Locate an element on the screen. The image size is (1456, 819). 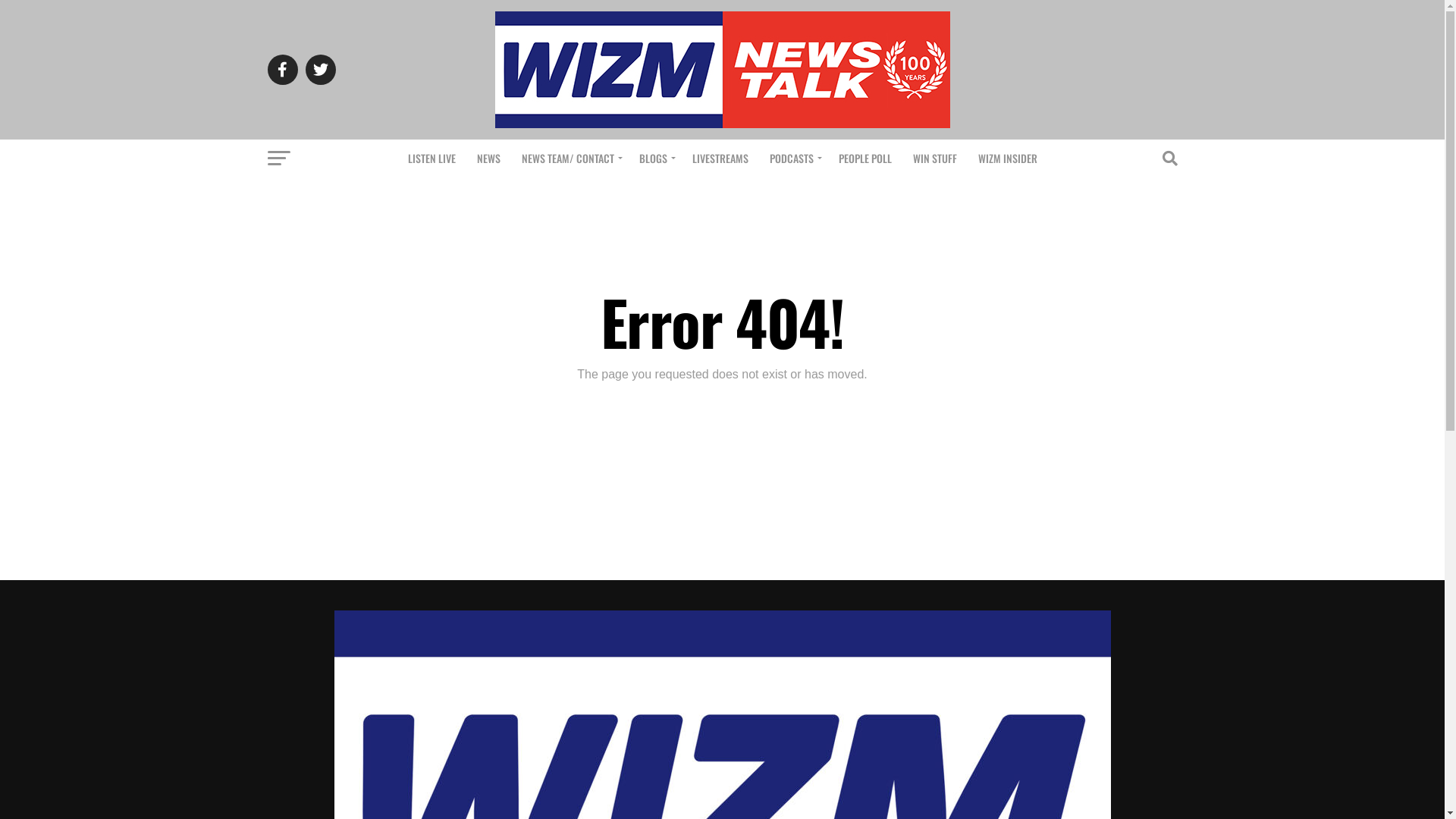
'LIVESTREAMS' is located at coordinates (719, 158).